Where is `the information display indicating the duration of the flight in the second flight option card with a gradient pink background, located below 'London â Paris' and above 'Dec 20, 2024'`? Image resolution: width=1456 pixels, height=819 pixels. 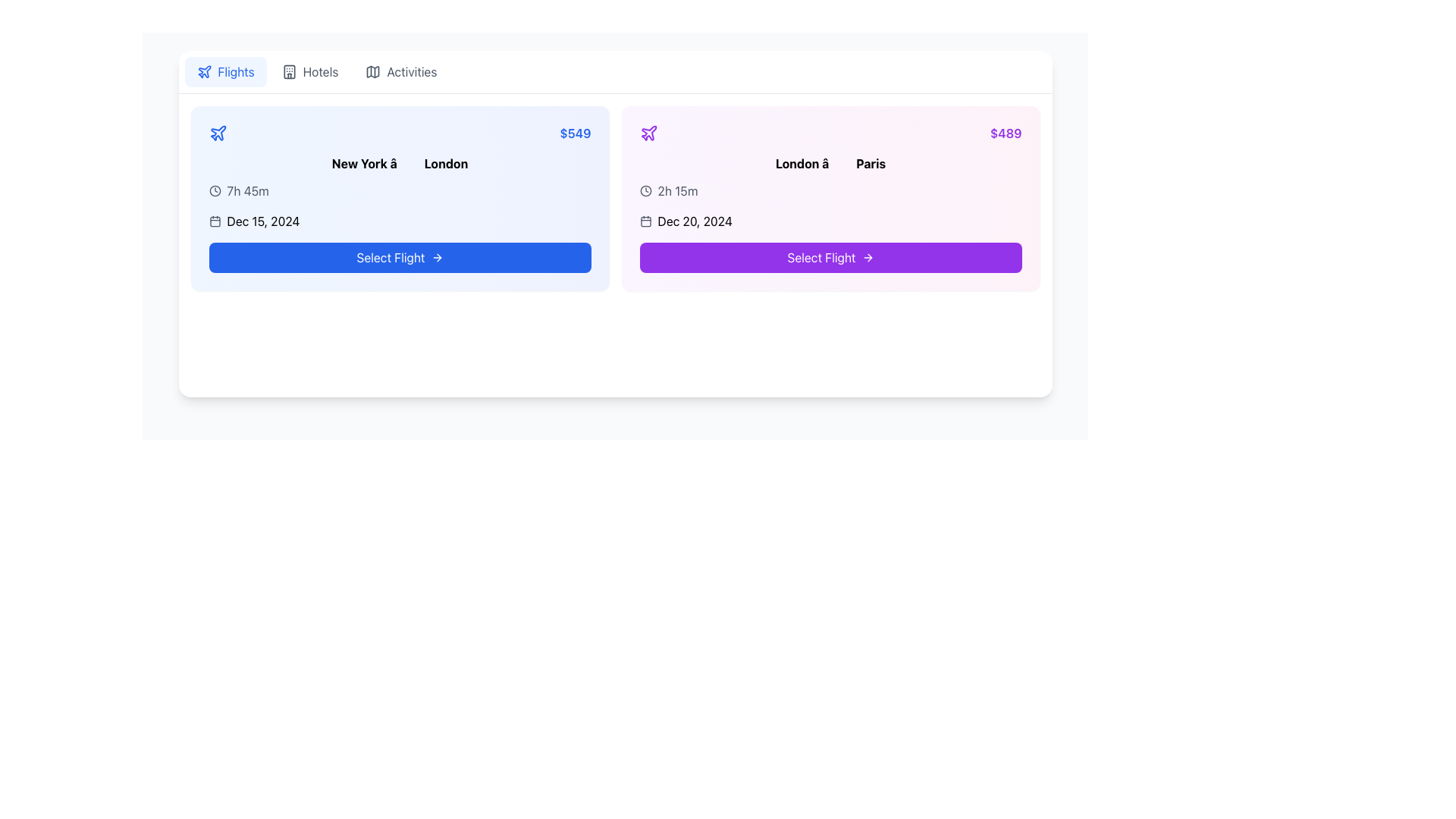 the information display indicating the duration of the flight in the second flight option card with a gradient pink background, located below 'London â Paris' and above 'Dec 20, 2024' is located at coordinates (830, 190).